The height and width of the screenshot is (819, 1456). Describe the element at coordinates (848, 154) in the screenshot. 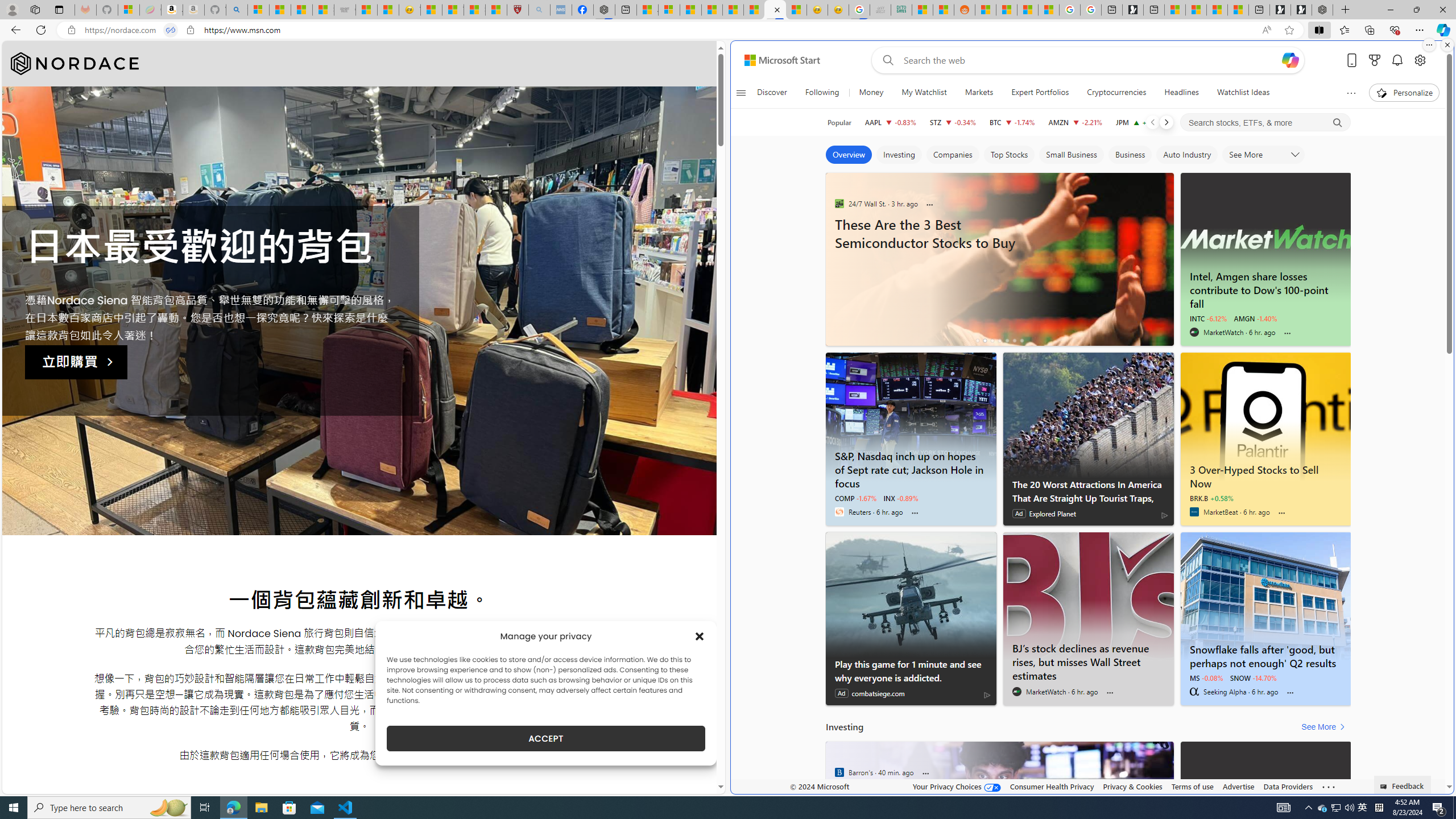

I see `'Overview'` at that location.